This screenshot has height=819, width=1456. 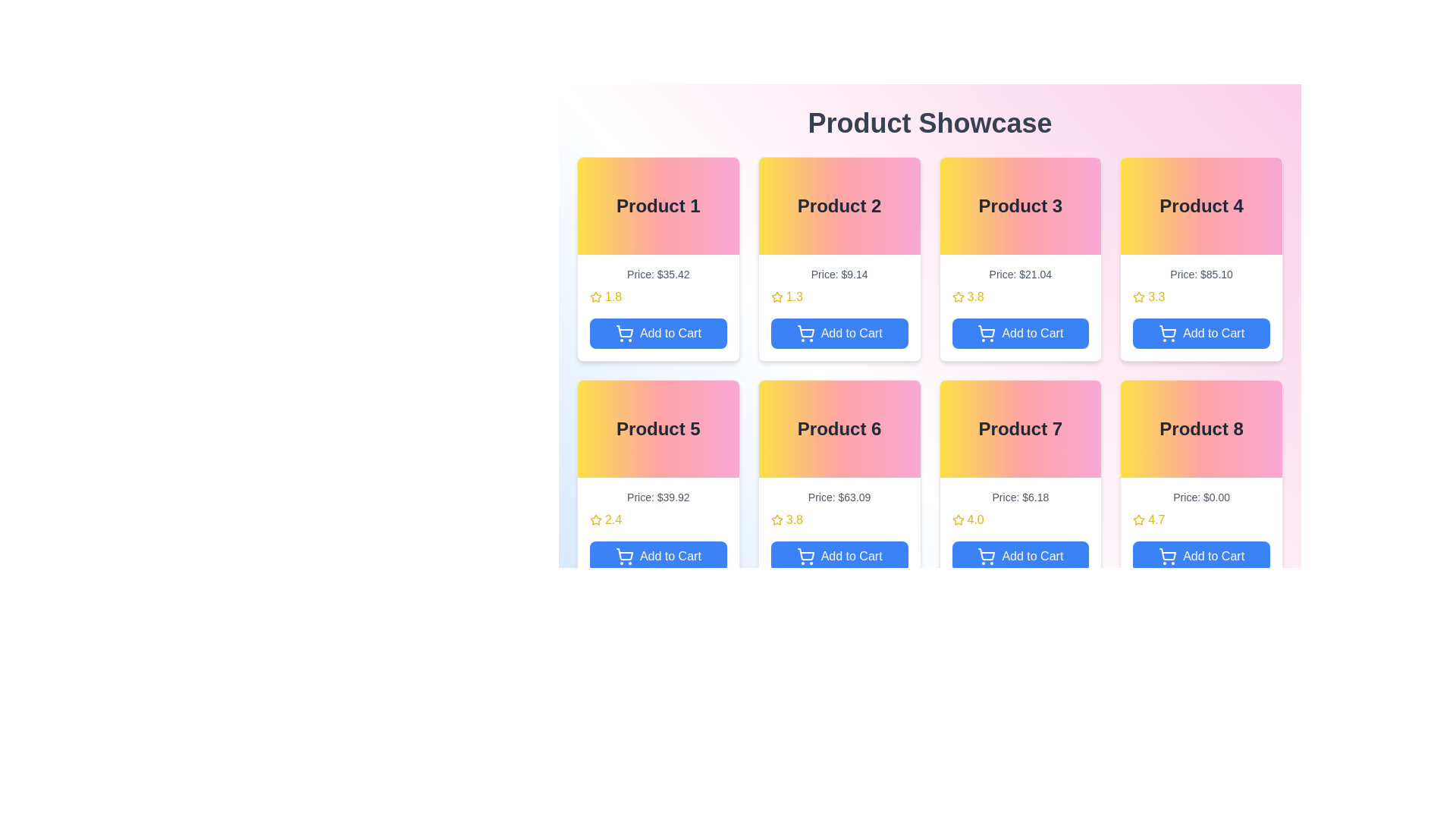 I want to click on the first star icon in the rating system of the product card for 'Product 1', so click(x=595, y=297).